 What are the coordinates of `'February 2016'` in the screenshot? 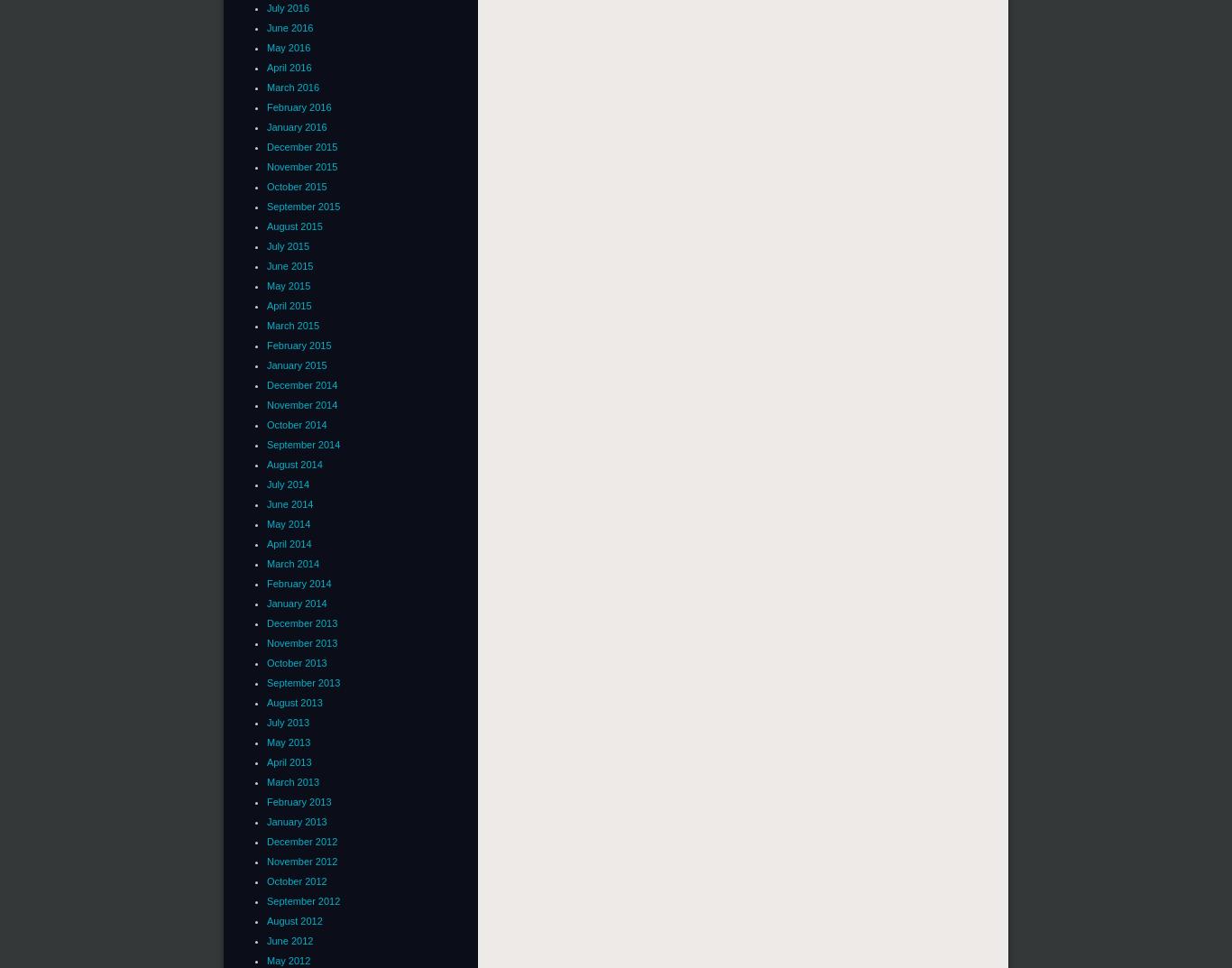 It's located at (299, 106).